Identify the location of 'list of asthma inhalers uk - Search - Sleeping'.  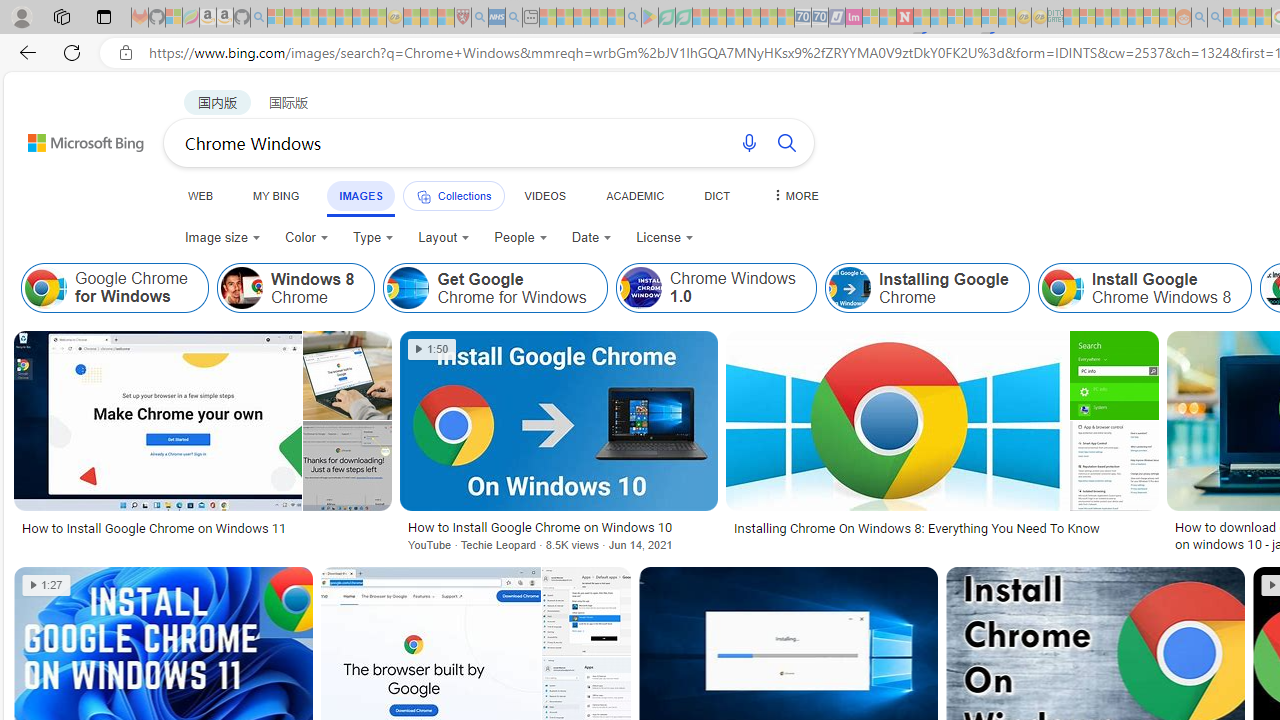
(480, 17).